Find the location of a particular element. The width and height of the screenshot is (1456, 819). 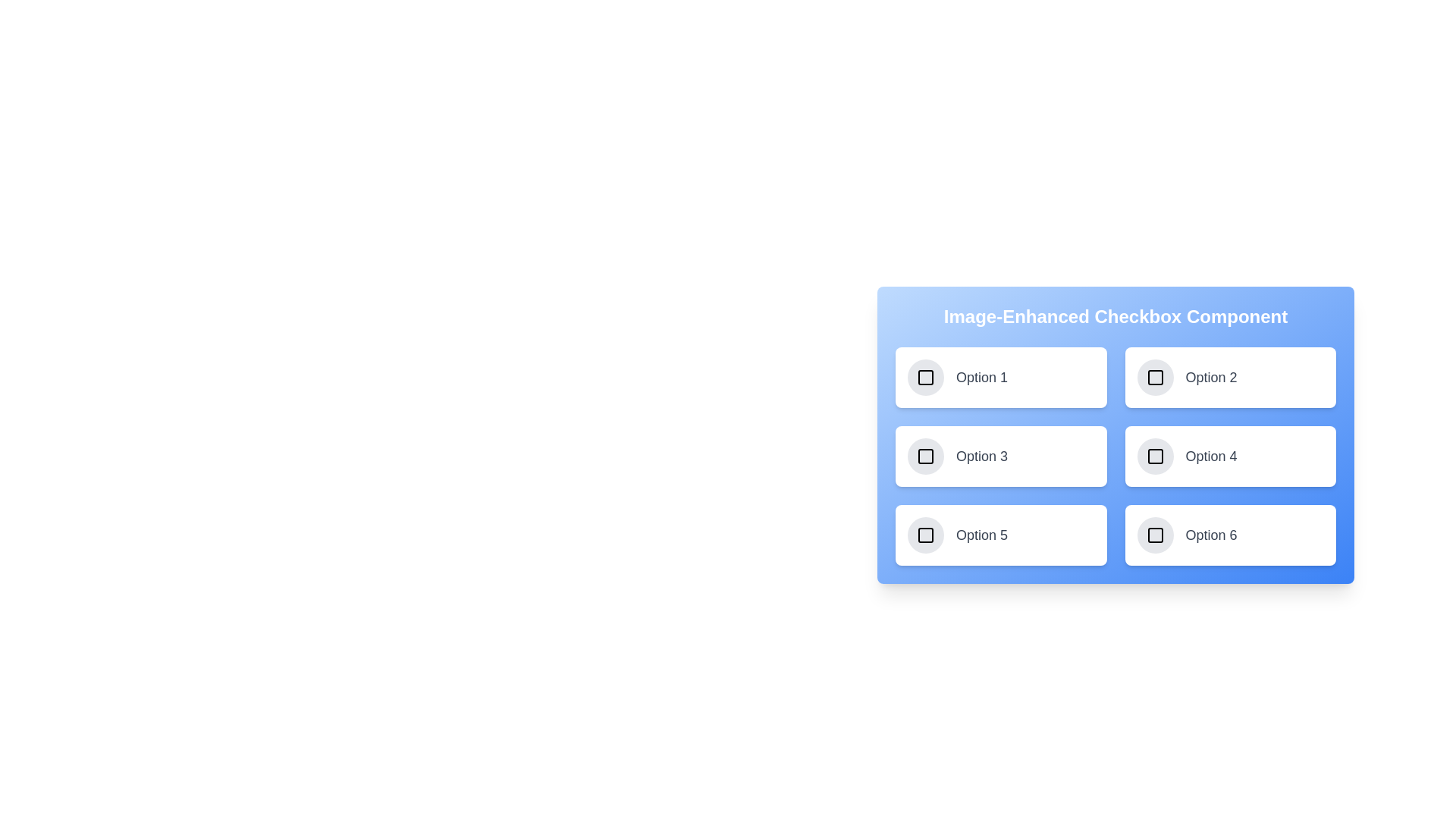

the checkbox corresponding to 5 is located at coordinates (924, 534).